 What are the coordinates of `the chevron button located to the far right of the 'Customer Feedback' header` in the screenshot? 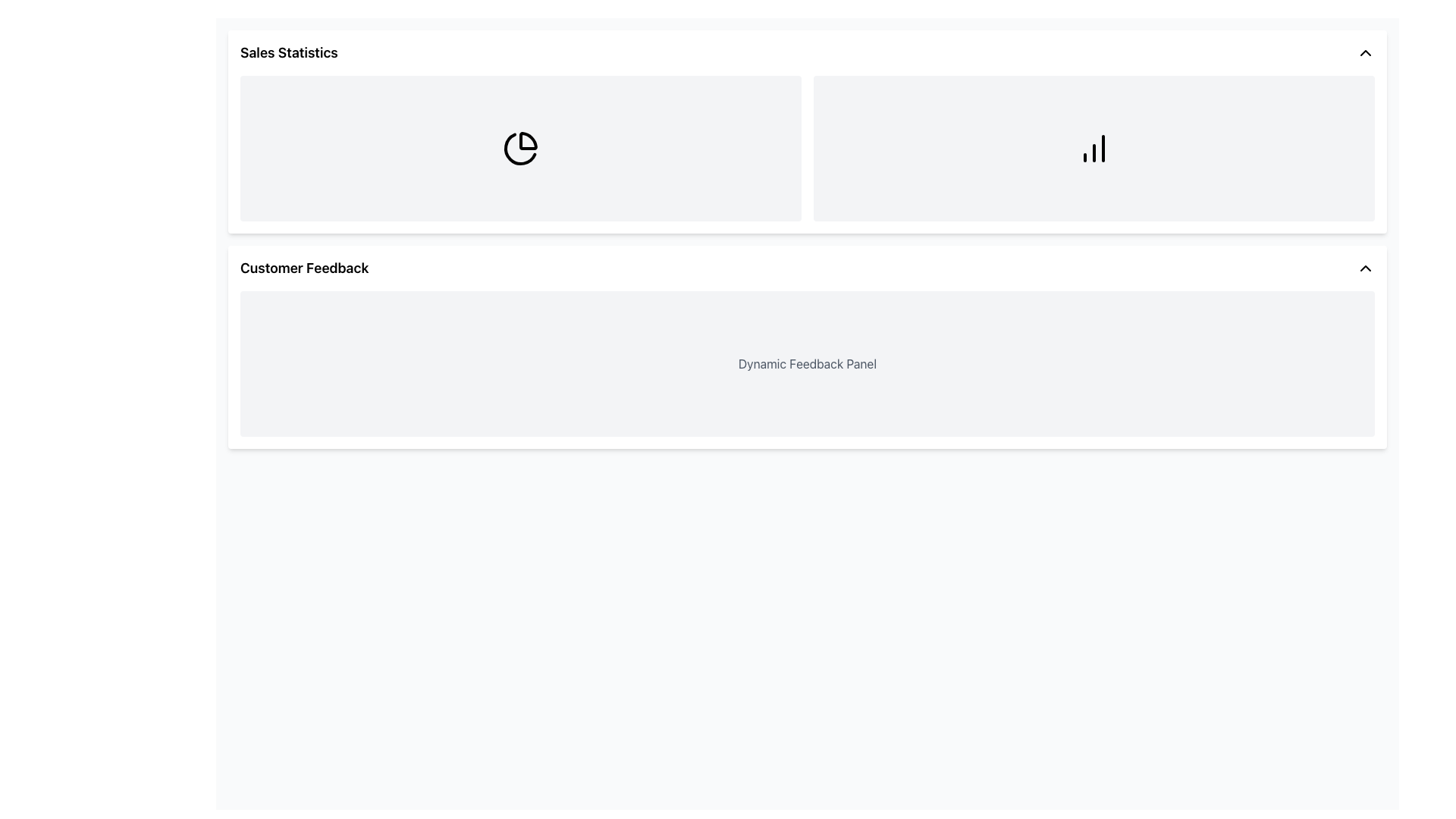 It's located at (1365, 268).